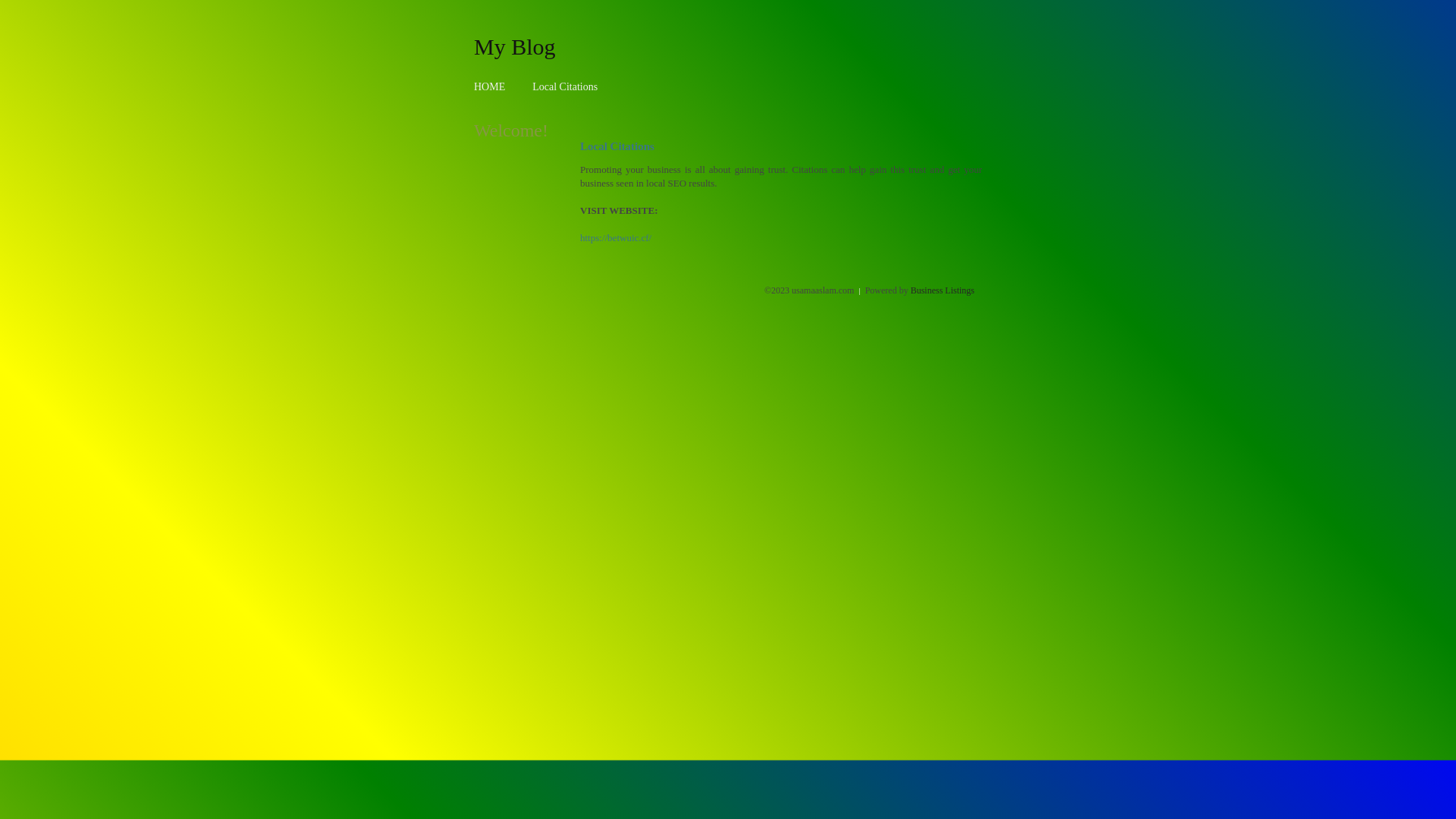 Image resolution: width=1456 pixels, height=819 pixels. What do you see at coordinates (514, 45) in the screenshot?
I see `'My Blog'` at bounding box center [514, 45].